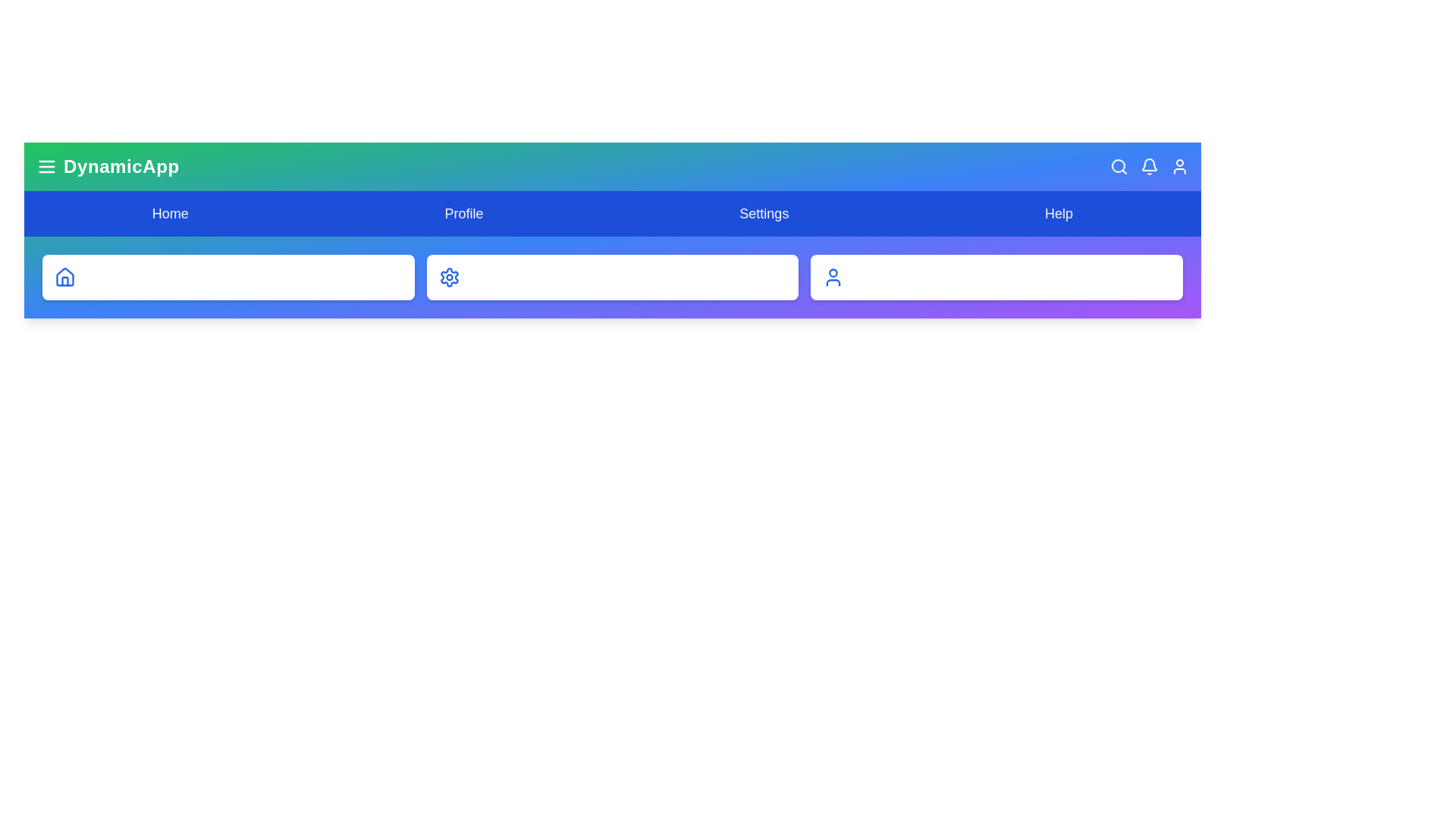 This screenshot has height=819, width=1456. What do you see at coordinates (1119, 166) in the screenshot?
I see `the Search button` at bounding box center [1119, 166].